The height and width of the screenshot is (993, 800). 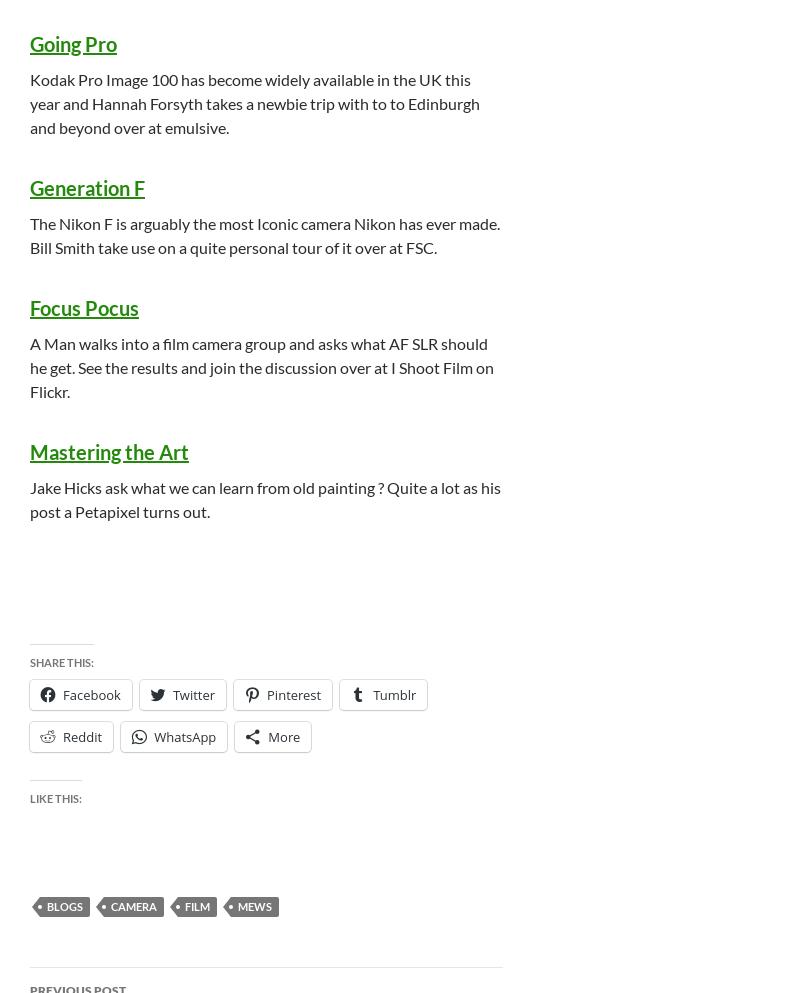 I want to click on 'More', so click(x=284, y=736).